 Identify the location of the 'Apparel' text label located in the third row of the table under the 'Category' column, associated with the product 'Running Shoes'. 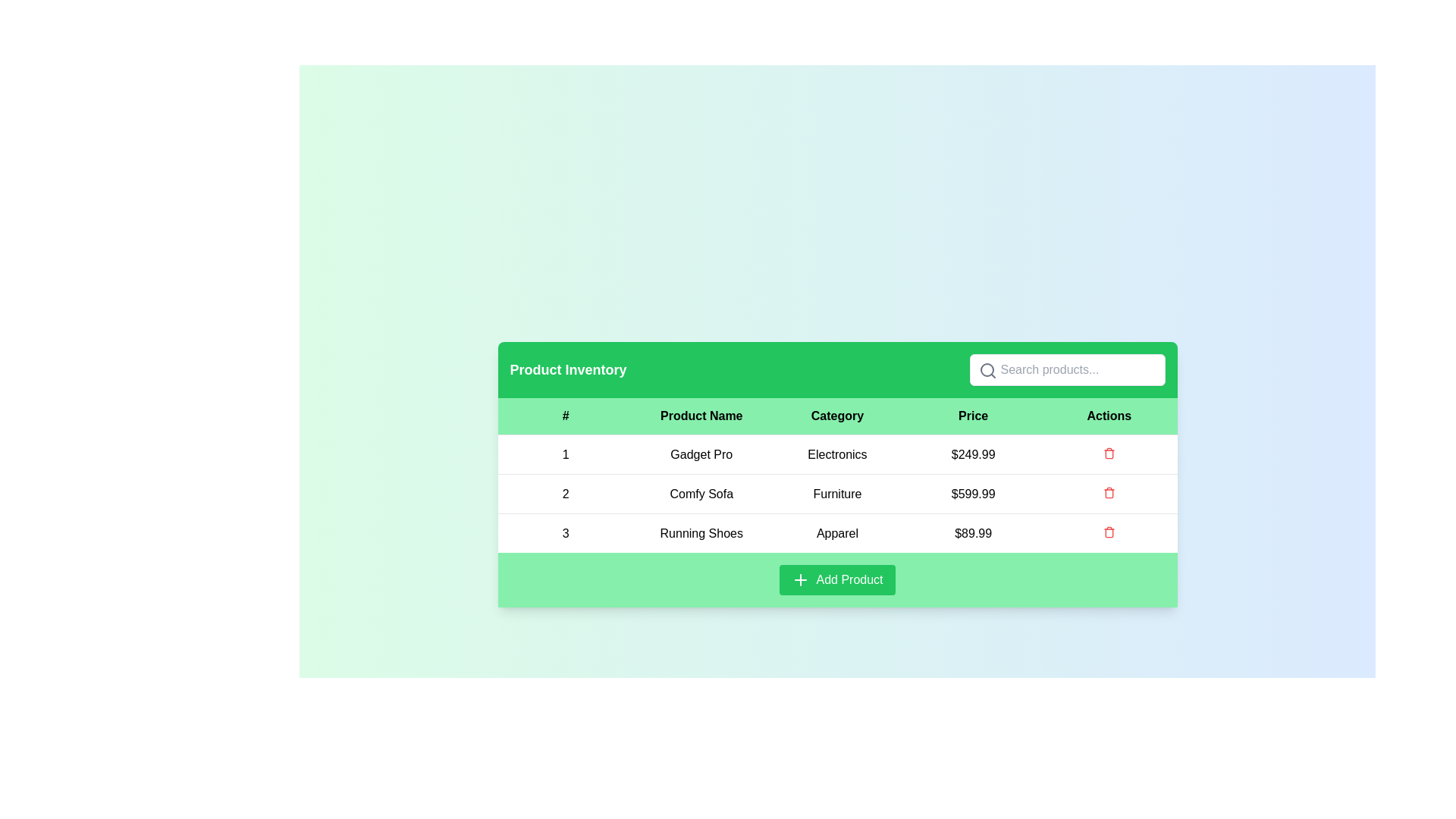
(836, 532).